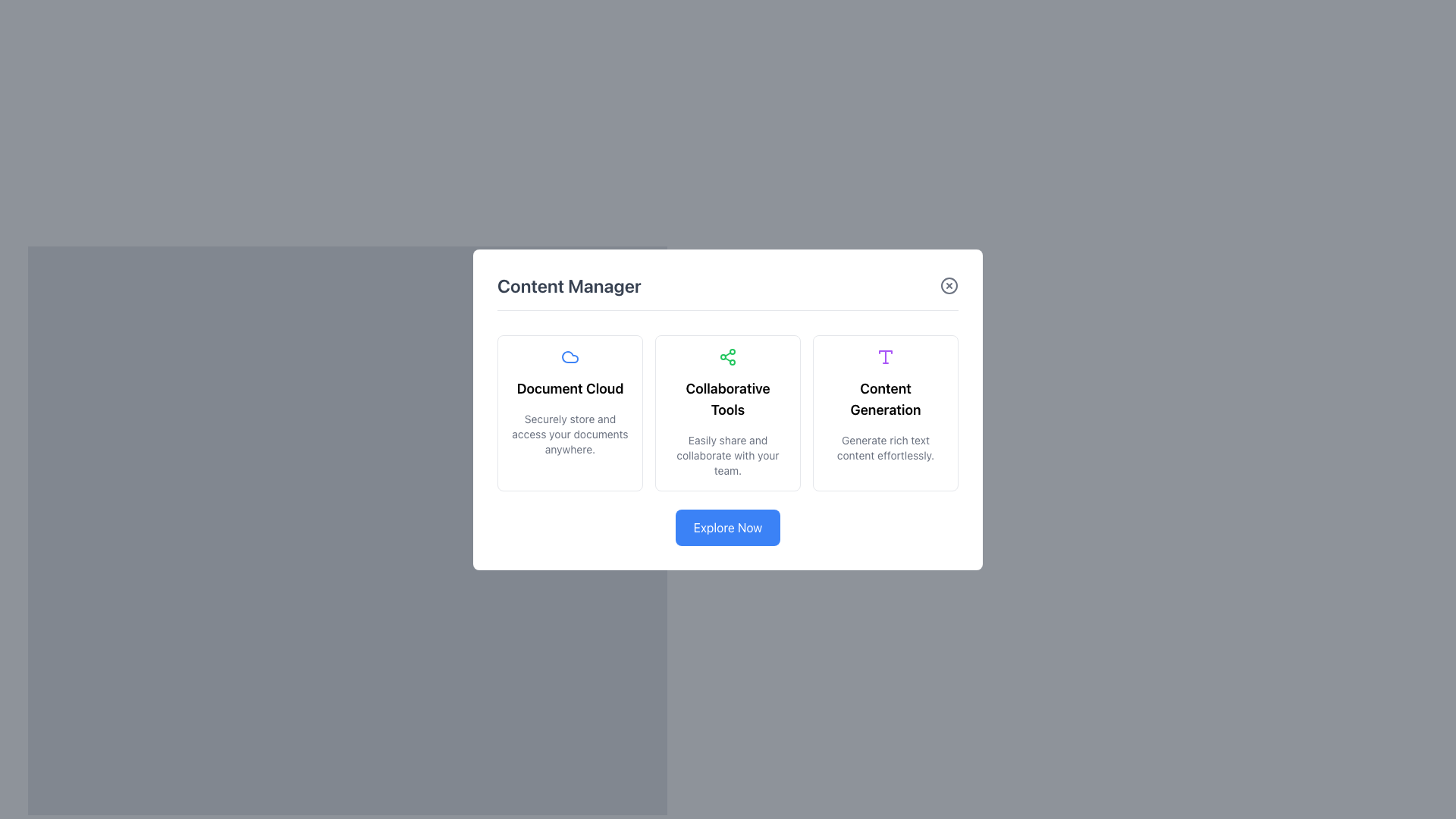 The width and height of the screenshot is (1456, 819). What do you see at coordinates (885, 398) in the screenshot?
I see `the 'Content Generation' text label, which is centrally aligned within the third card under the 'Content Manager' heading` at bounding box center [885, 398].